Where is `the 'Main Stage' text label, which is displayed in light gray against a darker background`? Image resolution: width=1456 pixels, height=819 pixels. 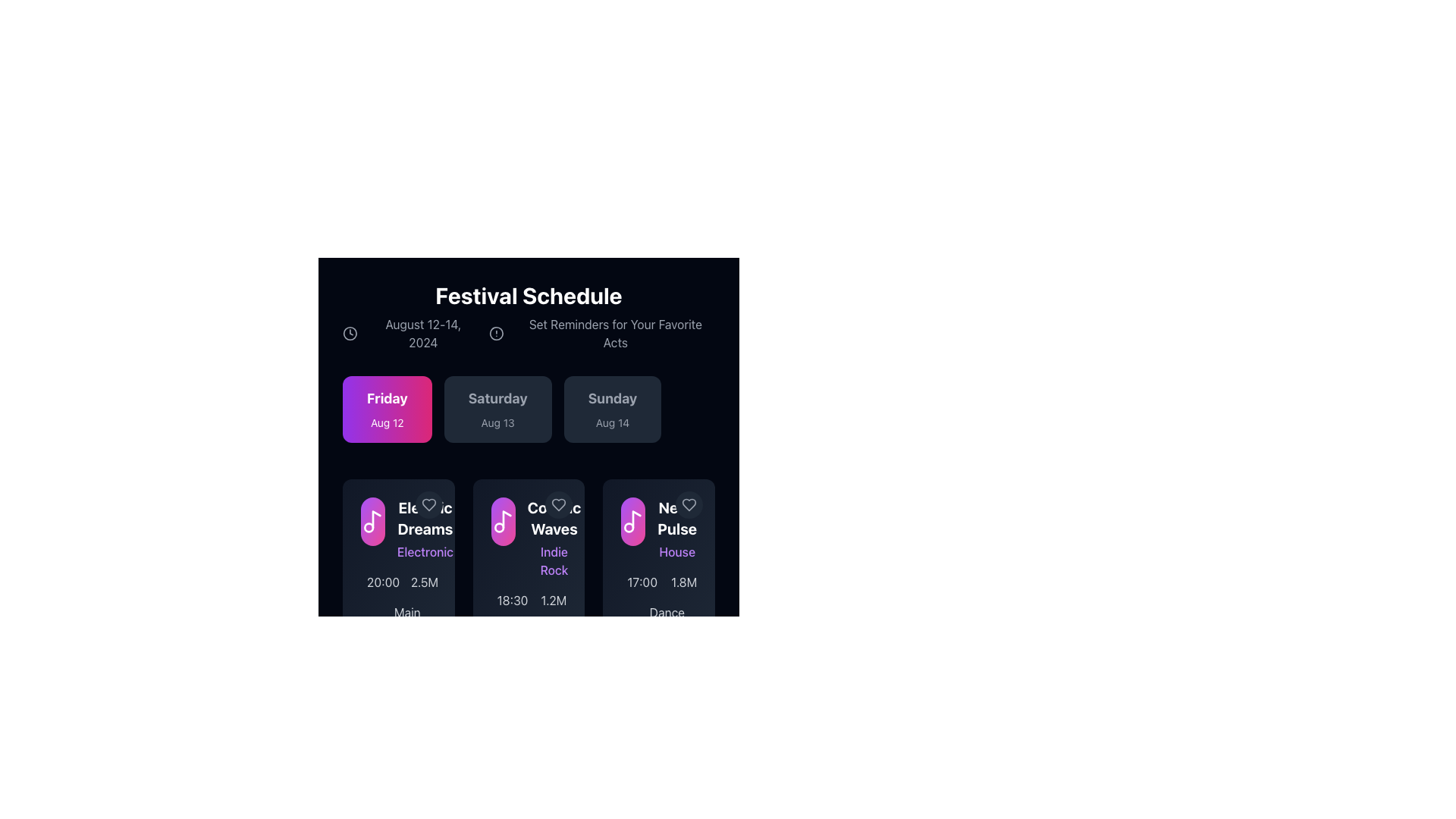
the 'Main Stage' text label, which is displayed in light gray against a darker background is located at coordinates (407, 622).